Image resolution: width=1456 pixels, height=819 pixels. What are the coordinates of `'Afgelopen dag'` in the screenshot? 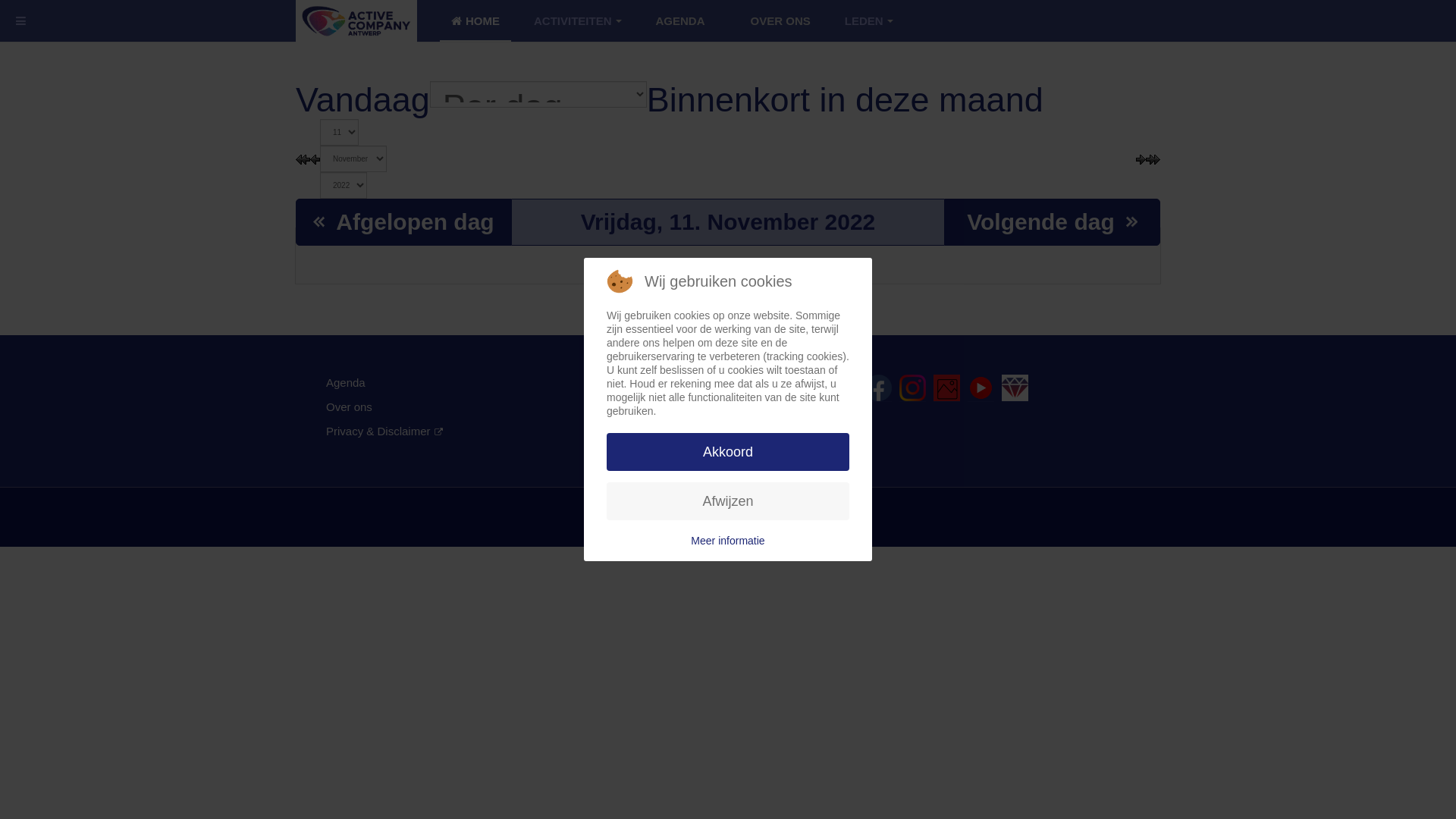 It's located at (403, 221).